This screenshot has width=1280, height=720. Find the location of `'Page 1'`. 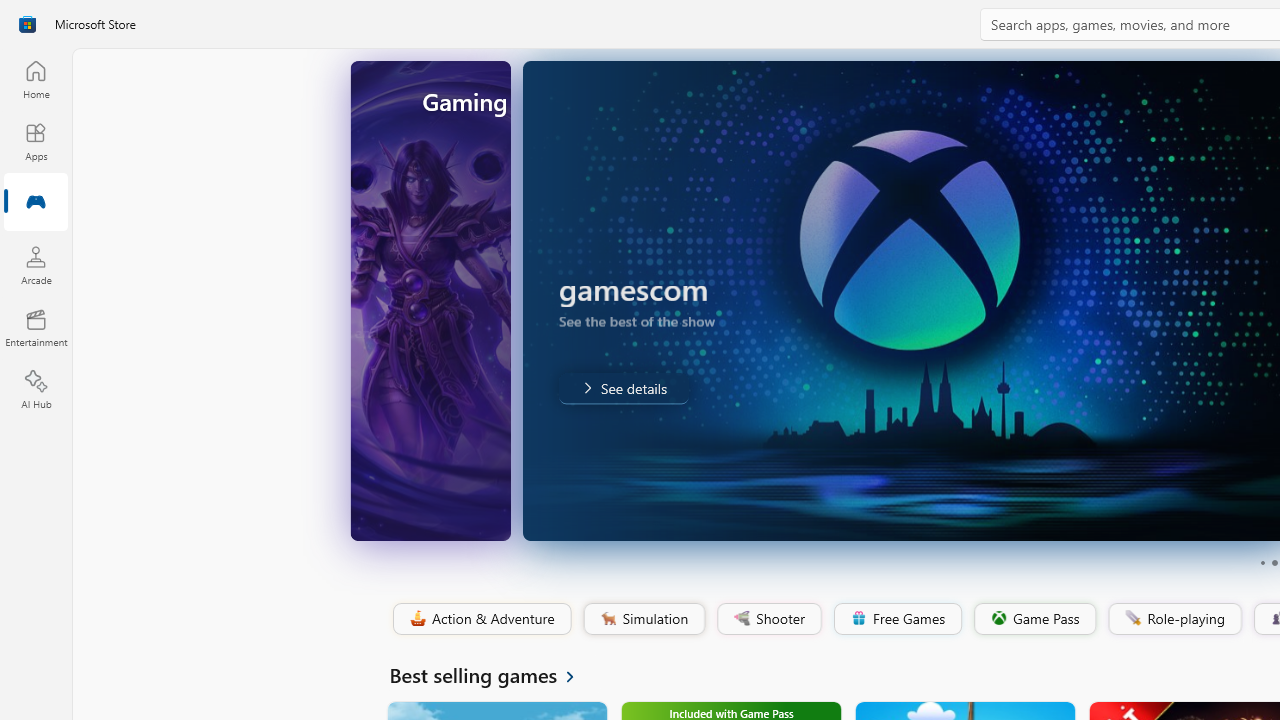

'Page 1' is located at coordinates (1261, 563).